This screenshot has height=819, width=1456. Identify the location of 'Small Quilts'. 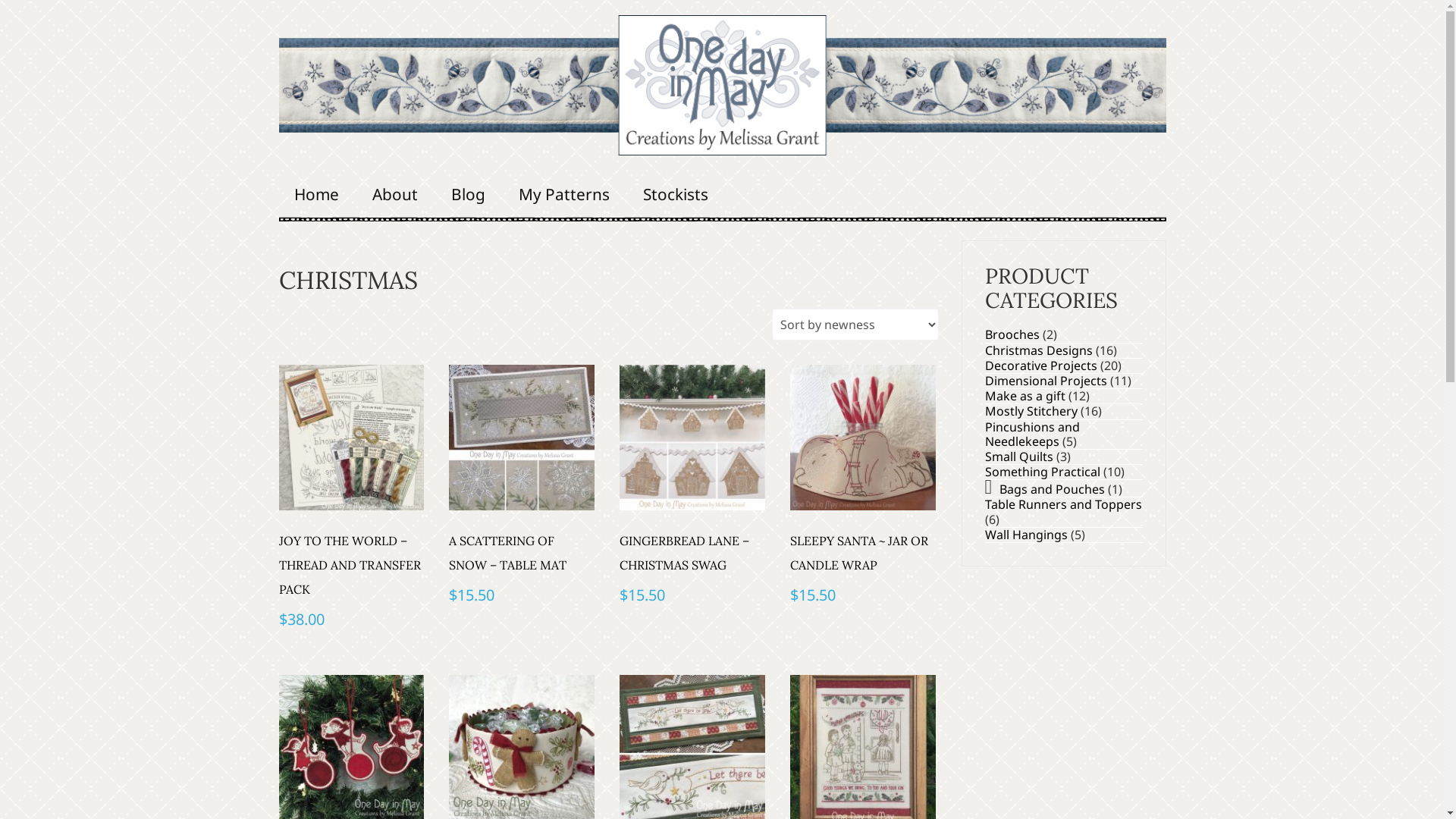
(984, 455).